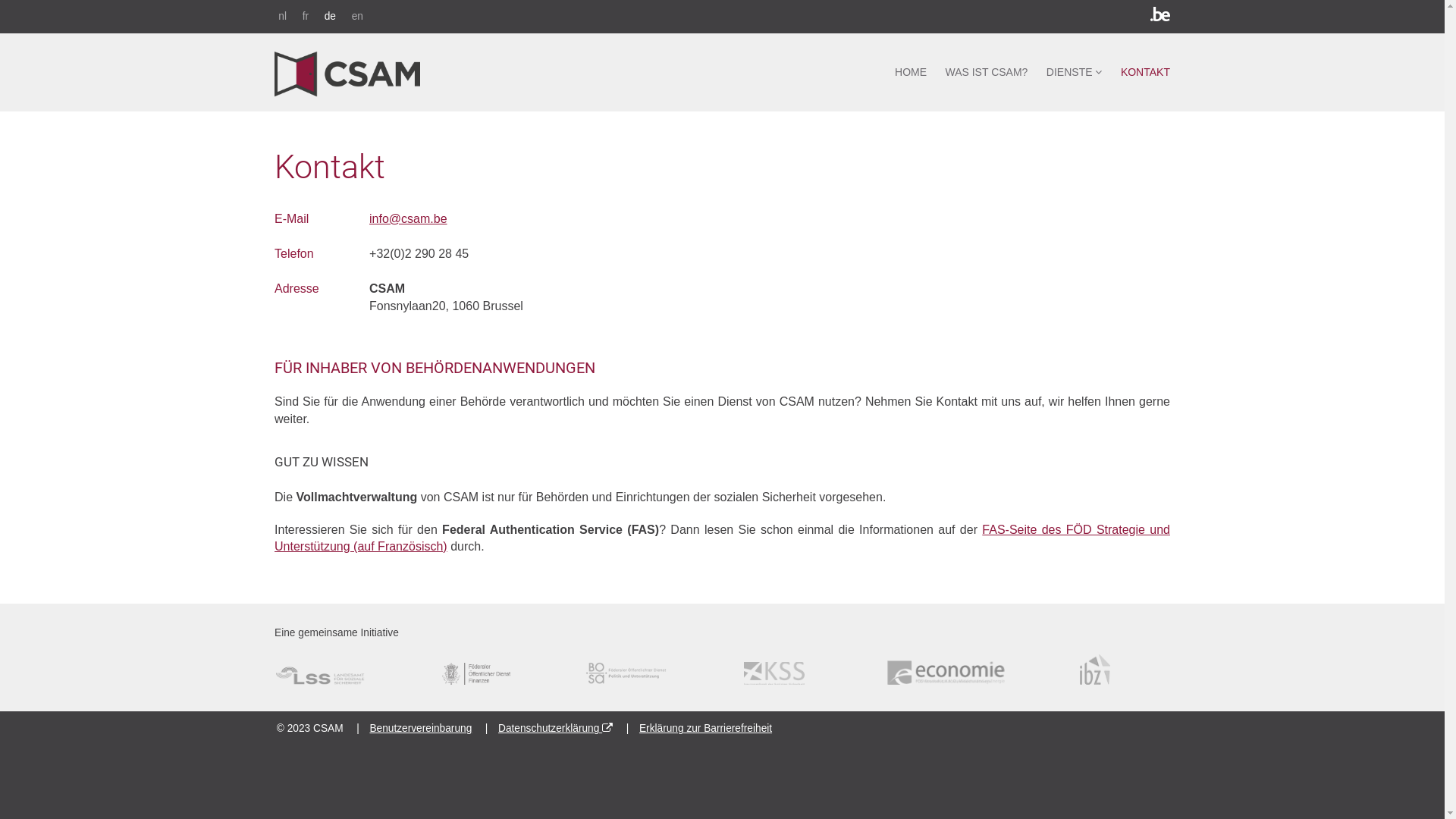 The width and height of the screenshot is (1456, 819). I want to click on 'info@csam.be', so click(408, 218).